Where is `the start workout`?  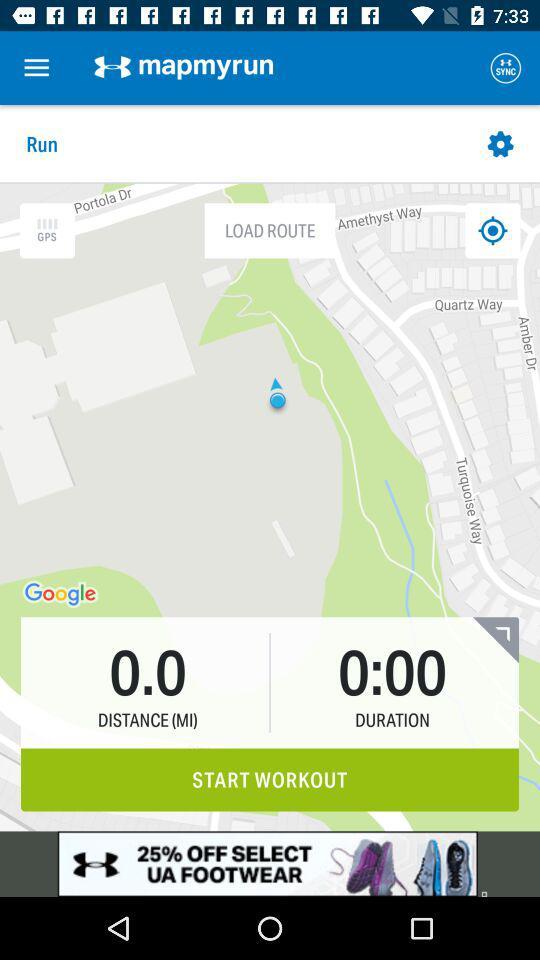 the start workout is located at coordinates (270, 779).